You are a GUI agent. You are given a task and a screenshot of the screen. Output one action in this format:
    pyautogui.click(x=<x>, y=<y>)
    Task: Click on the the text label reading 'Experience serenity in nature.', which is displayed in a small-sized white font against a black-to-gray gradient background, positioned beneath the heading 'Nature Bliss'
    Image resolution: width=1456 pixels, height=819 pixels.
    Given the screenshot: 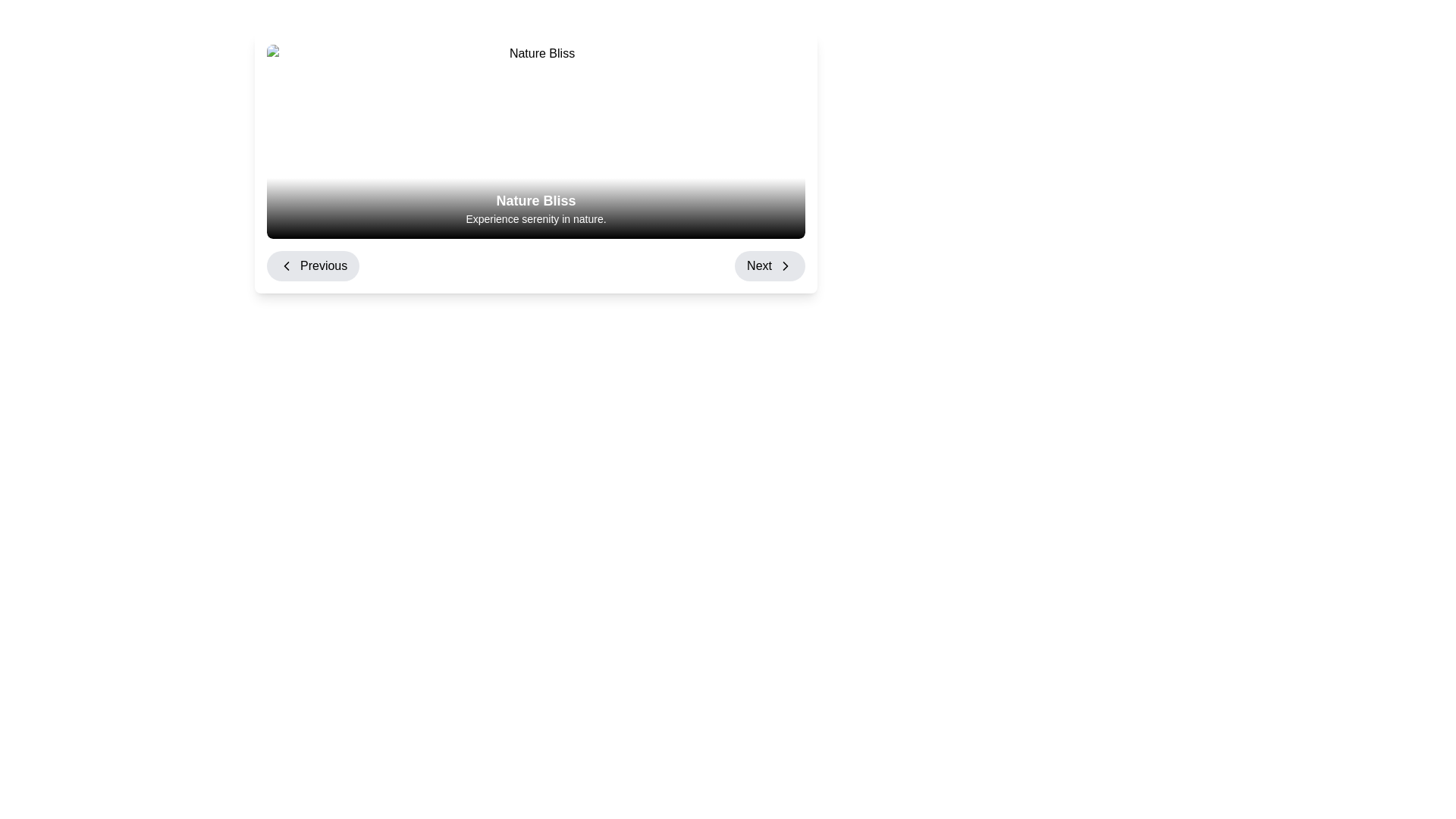 What is the action you would take?
    pyautogui.click(x=535, y=219)
    